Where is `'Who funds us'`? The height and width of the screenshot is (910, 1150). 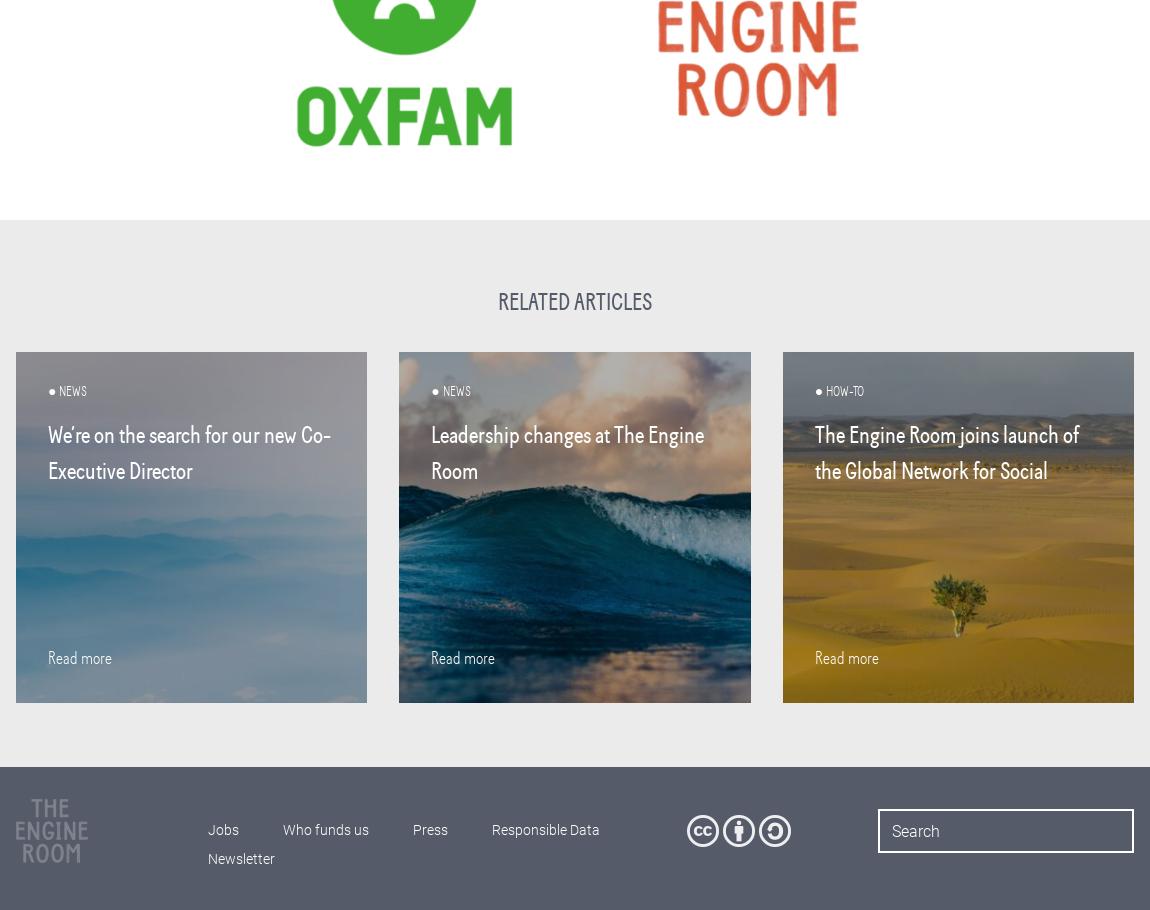 'Who funds us' is located at coordinates (324, 830).